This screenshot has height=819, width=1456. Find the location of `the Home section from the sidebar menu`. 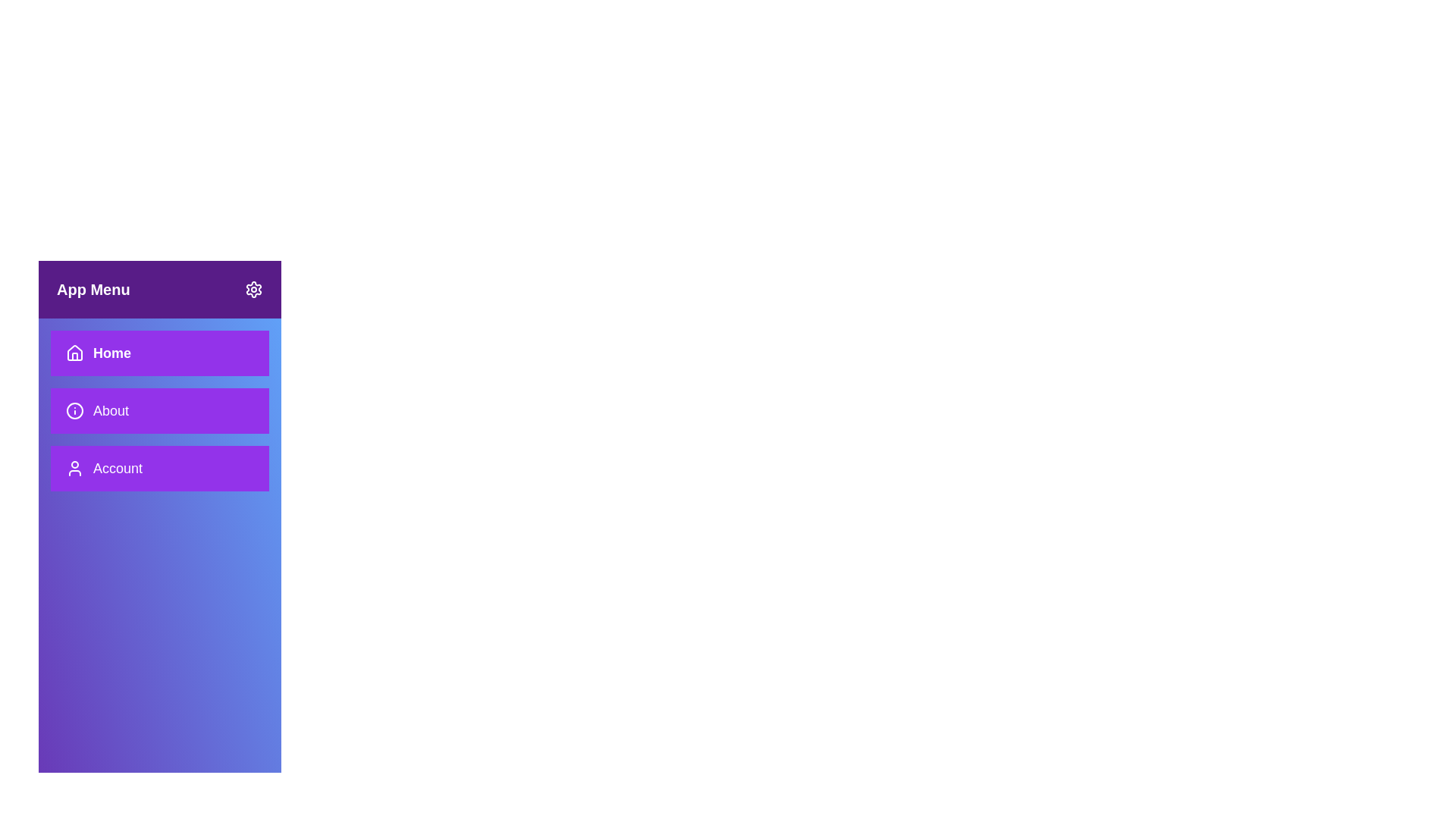

the Home section from the sidebar menu is located at coordinates (160, 353).